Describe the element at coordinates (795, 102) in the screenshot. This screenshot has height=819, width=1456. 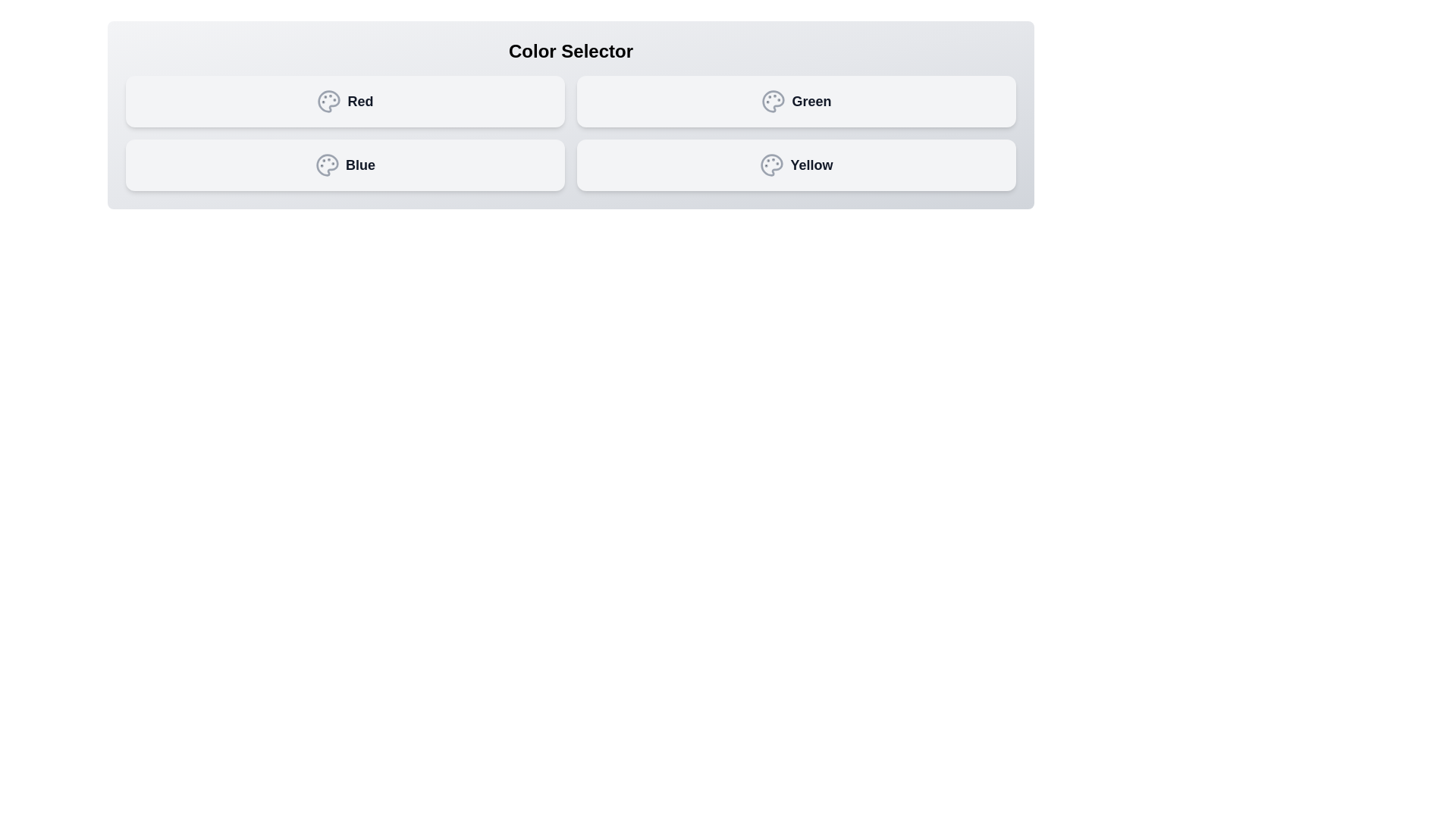
I see `the button labeled Green to observe its hover effect` at that location.